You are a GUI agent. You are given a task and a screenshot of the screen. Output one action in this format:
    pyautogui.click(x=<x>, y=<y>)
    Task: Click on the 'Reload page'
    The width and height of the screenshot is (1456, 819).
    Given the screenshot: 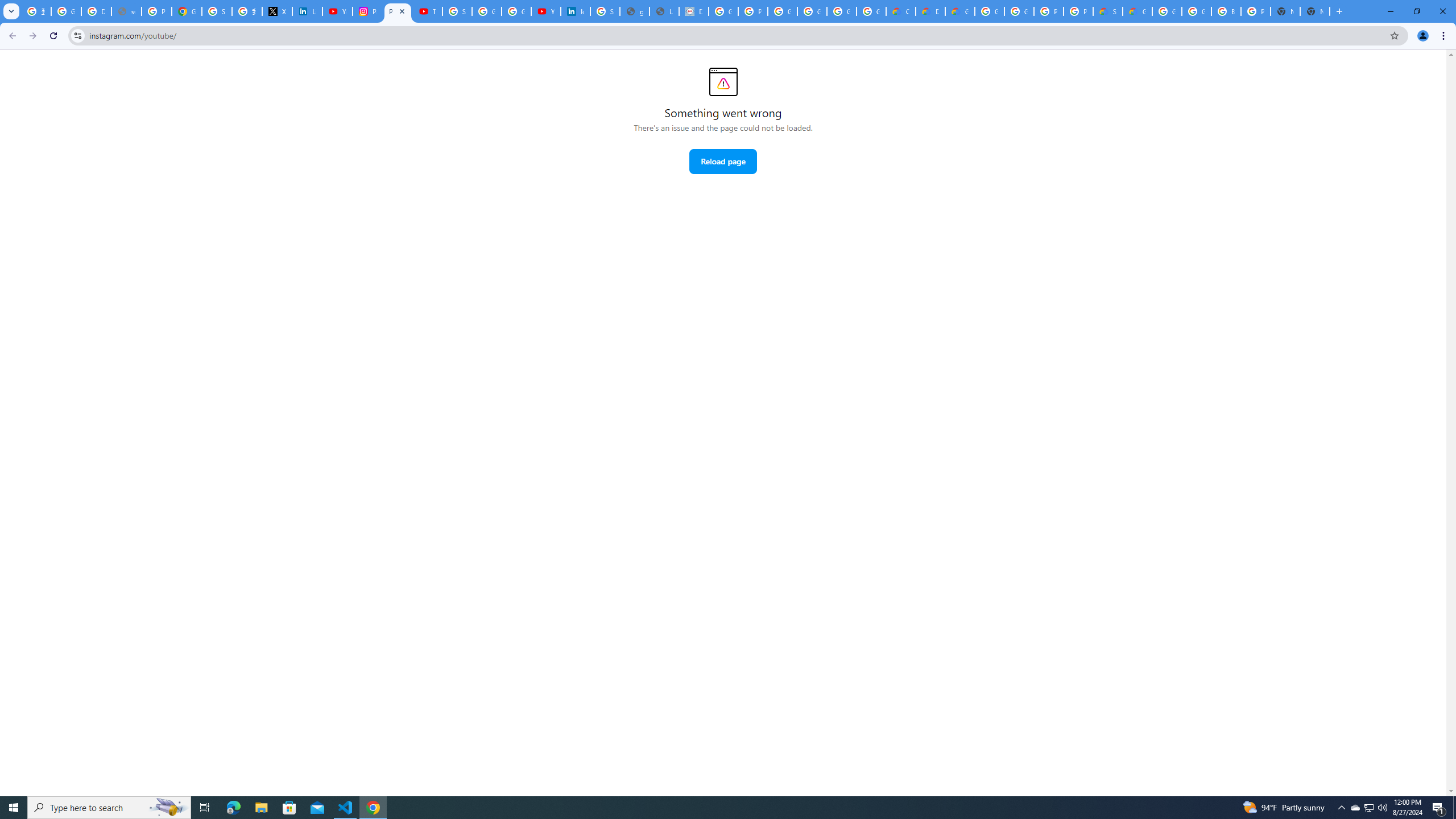 What is the action you would take?
    pyautogui.click(x=723, y=161)
    